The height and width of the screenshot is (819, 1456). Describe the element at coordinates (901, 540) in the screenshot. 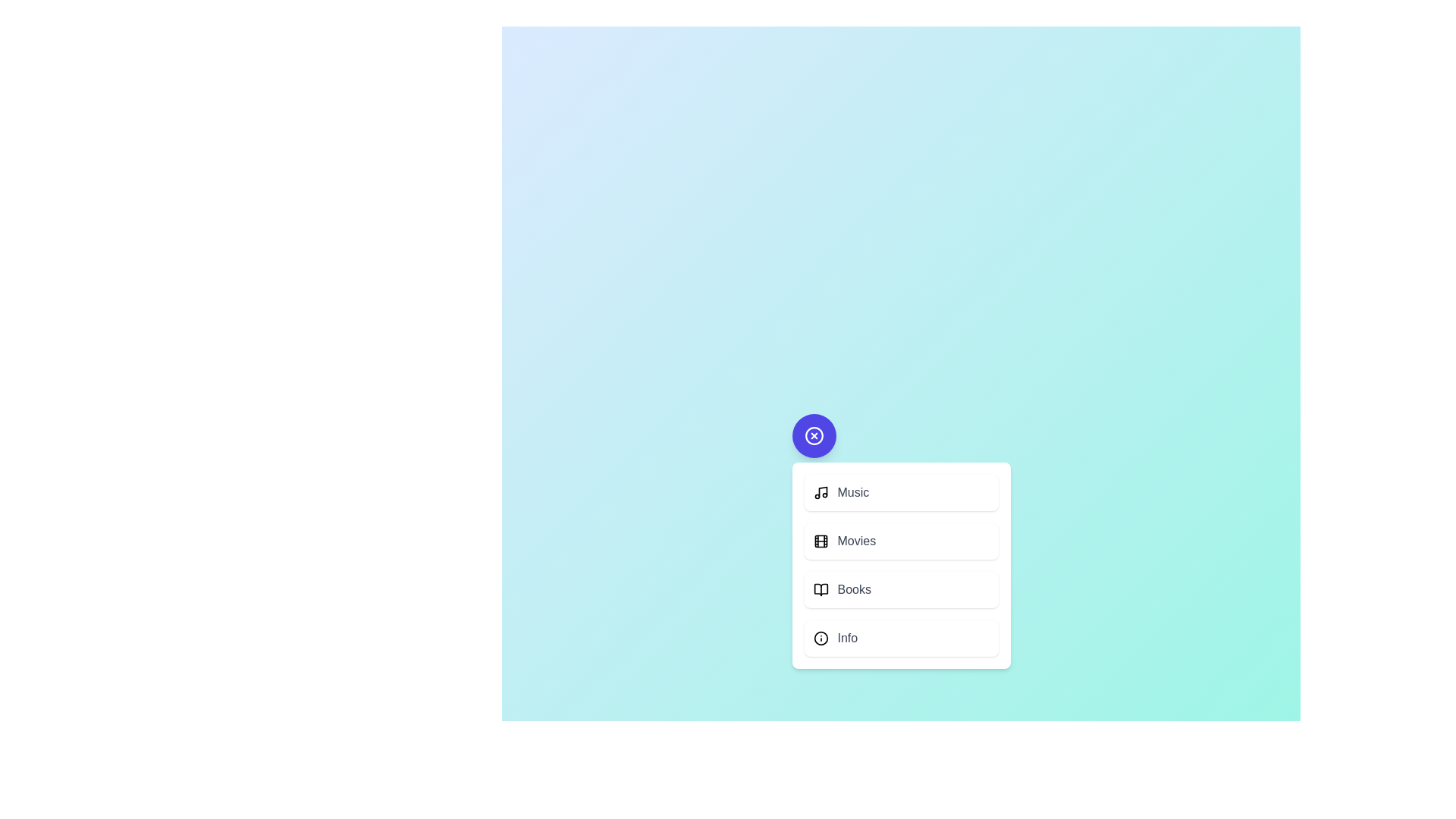

I see `the action 'Movies' from the menu` at that location.